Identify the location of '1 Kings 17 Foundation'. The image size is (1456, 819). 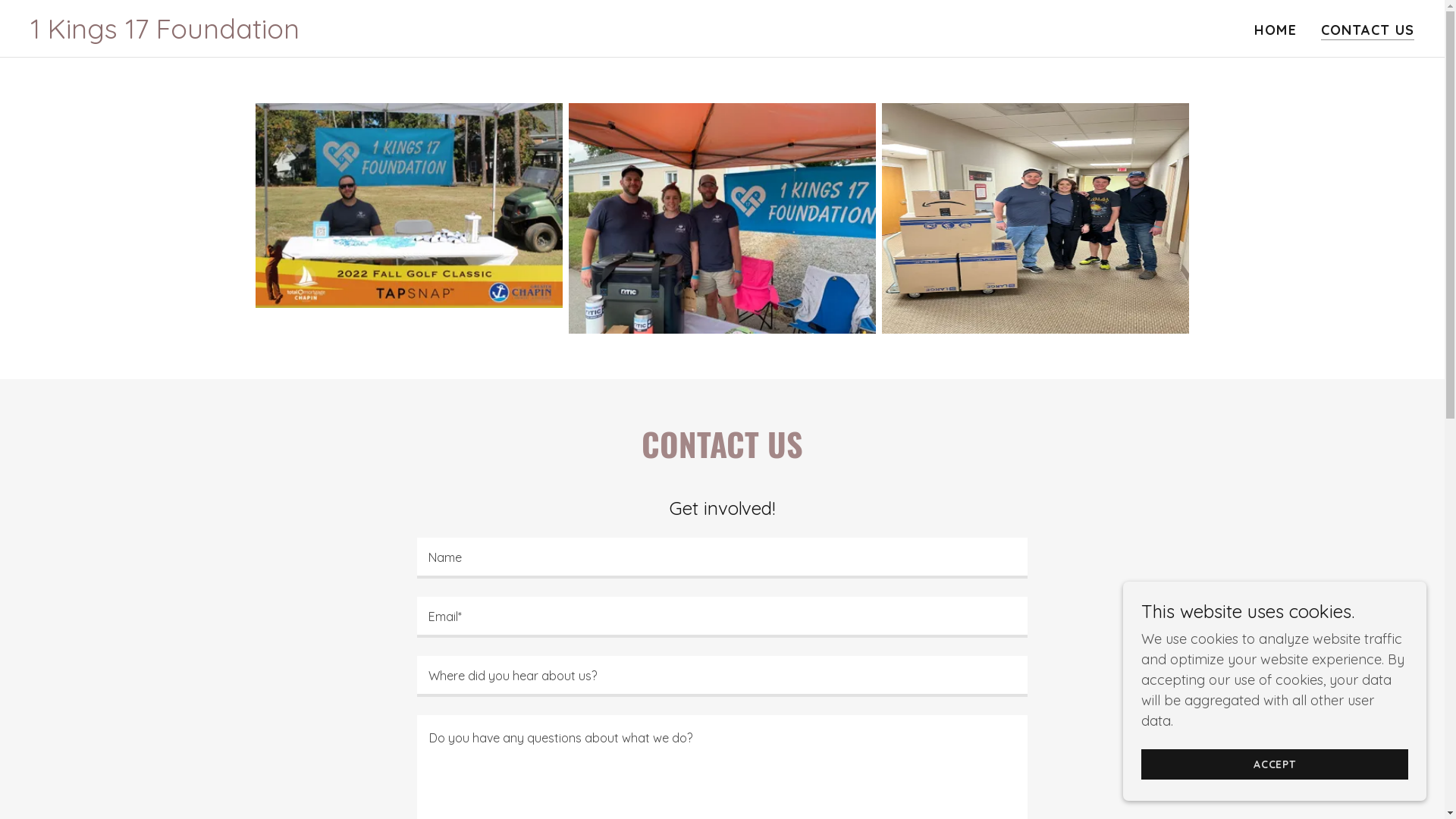
(165, 33).